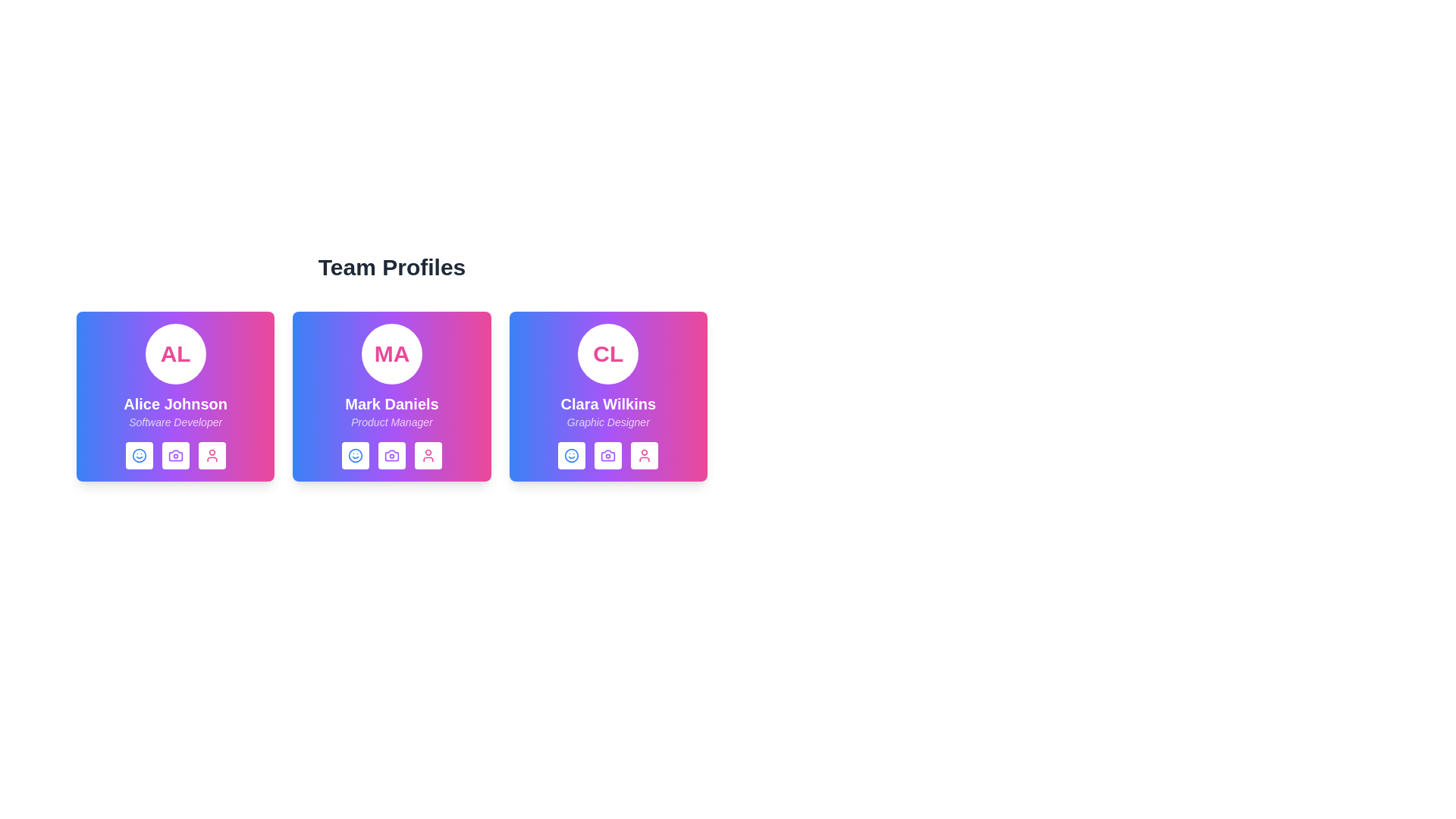  What do you see at coordinates (645, 455) in the screenshot?
I see `the pink user icon button located in the bottom-right corner of the third profile card` at bounding box center [645, 455].